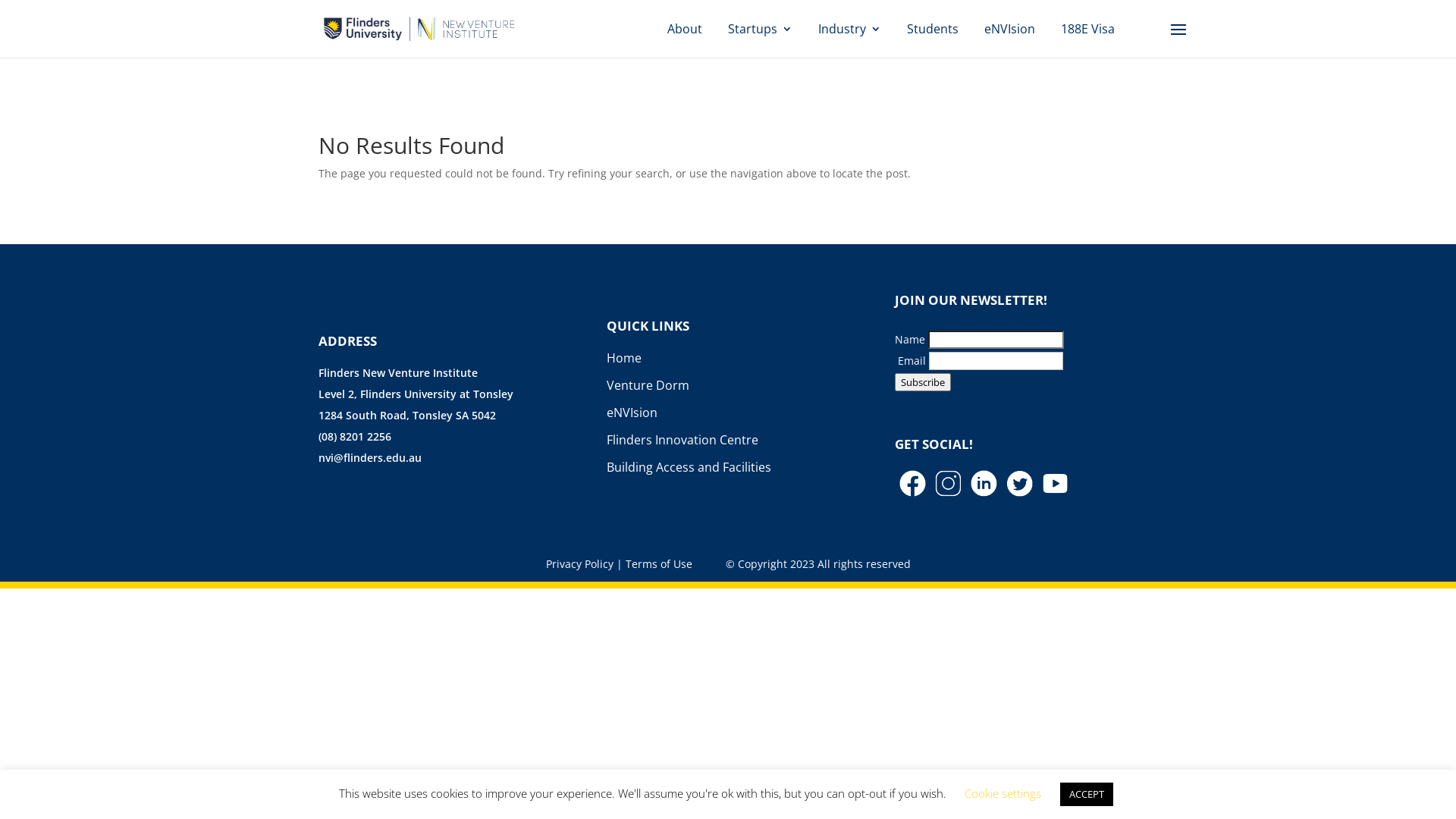 Image resolution: width=1456 pixels, height=819 pixels. Describe the element at coordinates (1087, 29) in the screenshot. I see `'188E Visa'` at that location.